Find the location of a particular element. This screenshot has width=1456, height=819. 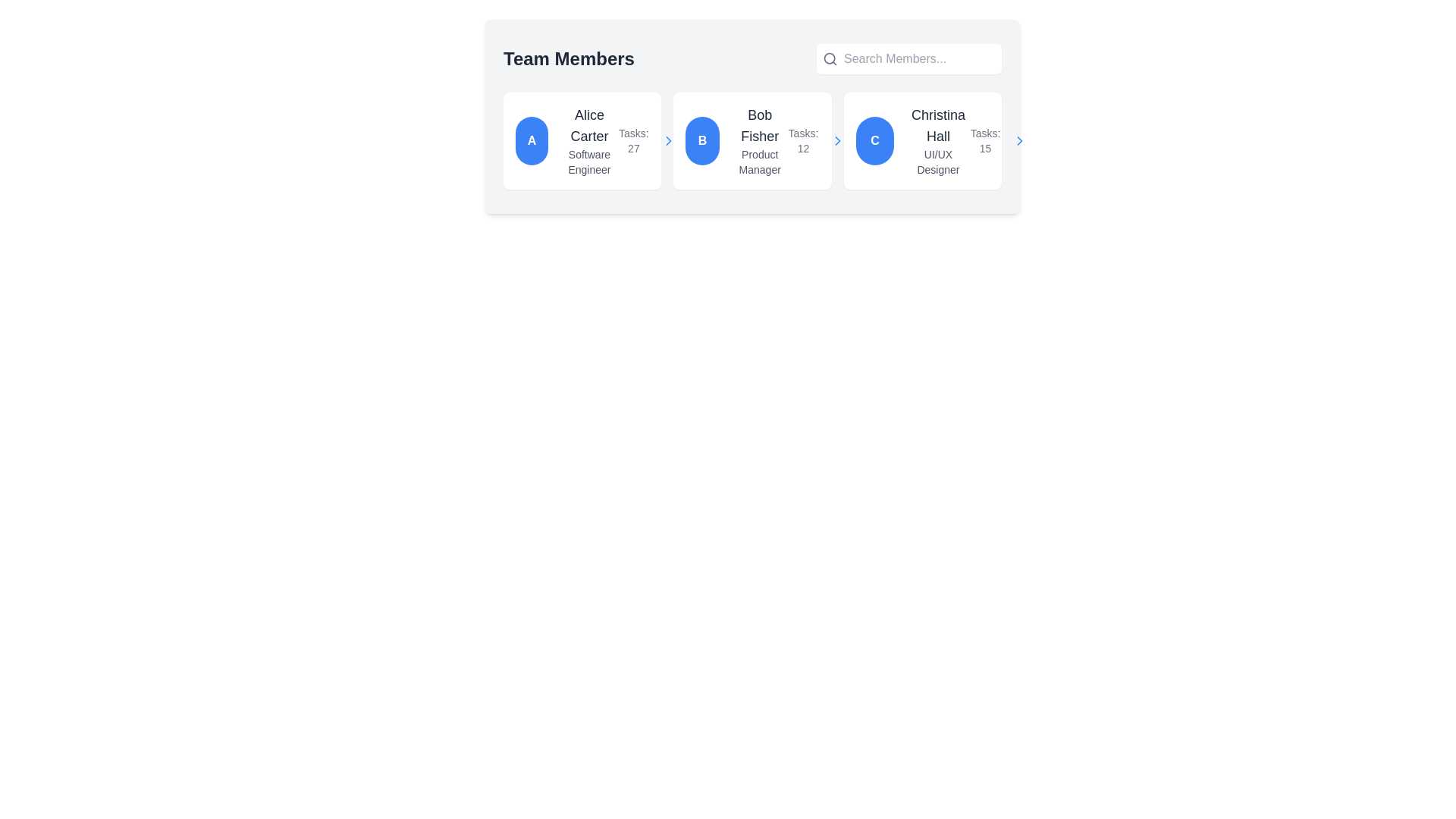

text content of the gray text block displaying 'Tasks: 12', located under the title 'Bob Fisher' in the second team member card is located at coordinates (802, 140).